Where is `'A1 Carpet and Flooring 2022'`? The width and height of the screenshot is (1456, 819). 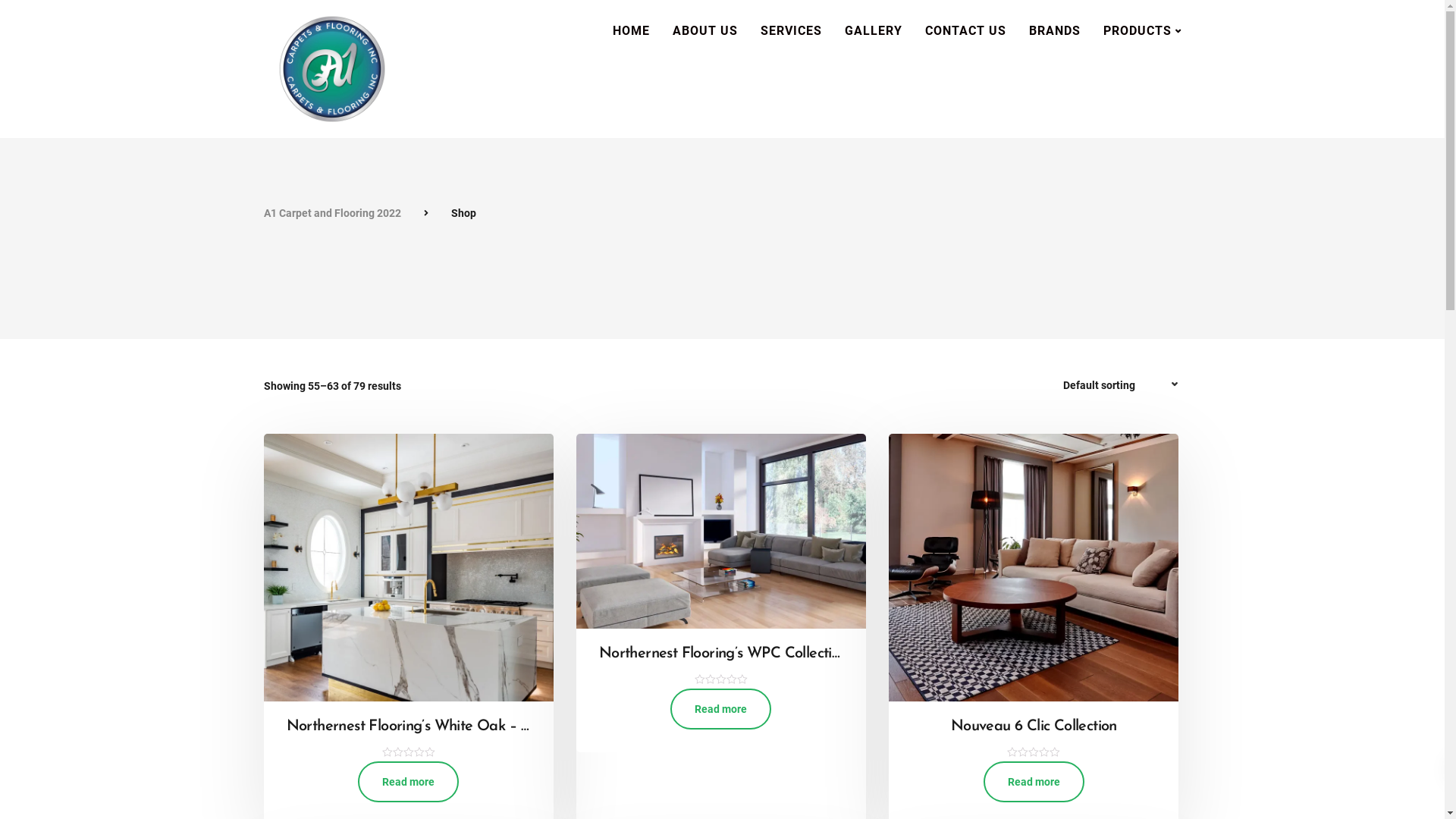
'A1 Carpet and Flooring 2022' is located at coordinates (263, 213).